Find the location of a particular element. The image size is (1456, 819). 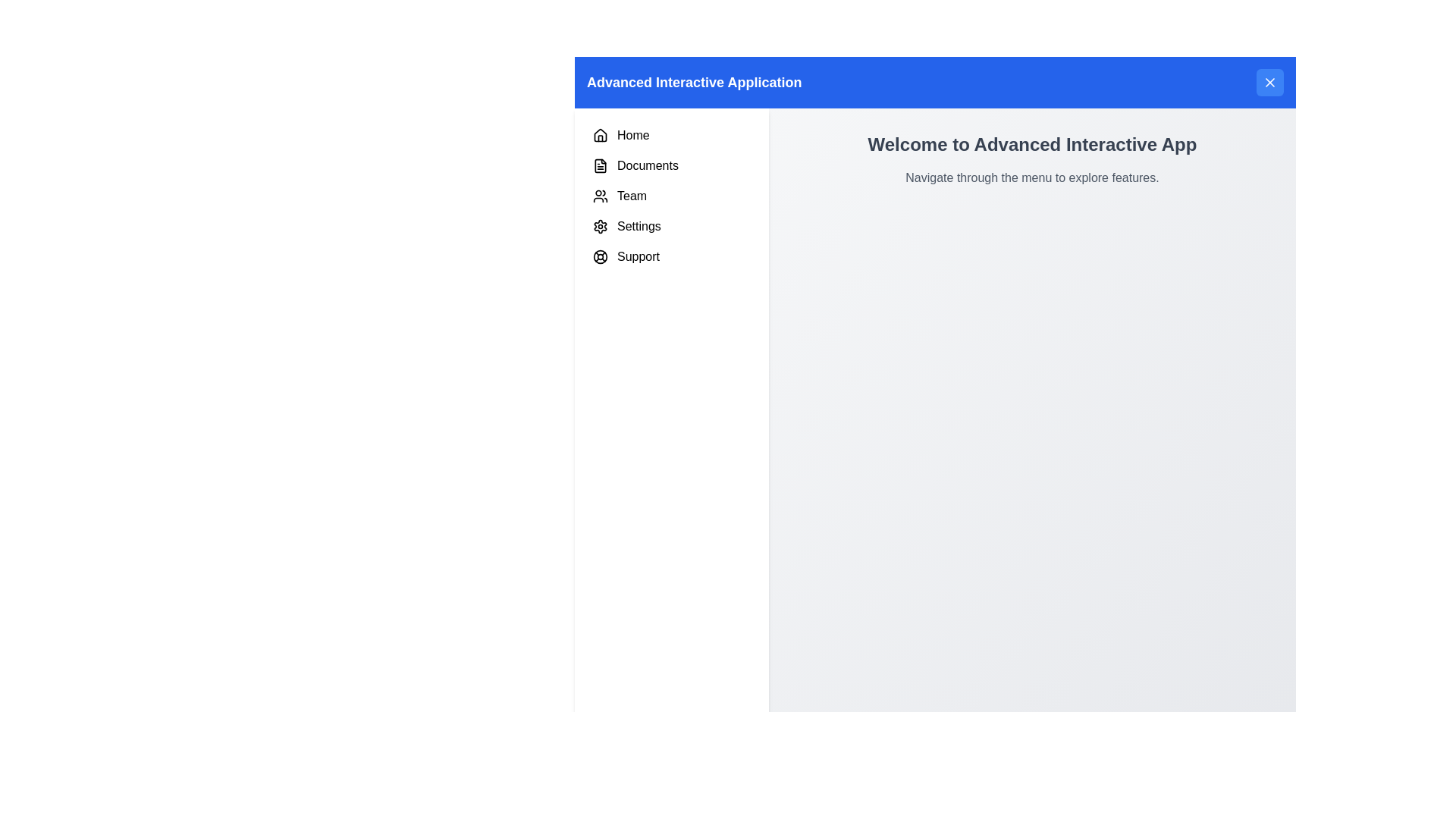

the square-shaped blue button with a white 'X' icon in the top-right corner of the 'Advanced Interactive Application' header bar is located at coordinates (1270, 82).